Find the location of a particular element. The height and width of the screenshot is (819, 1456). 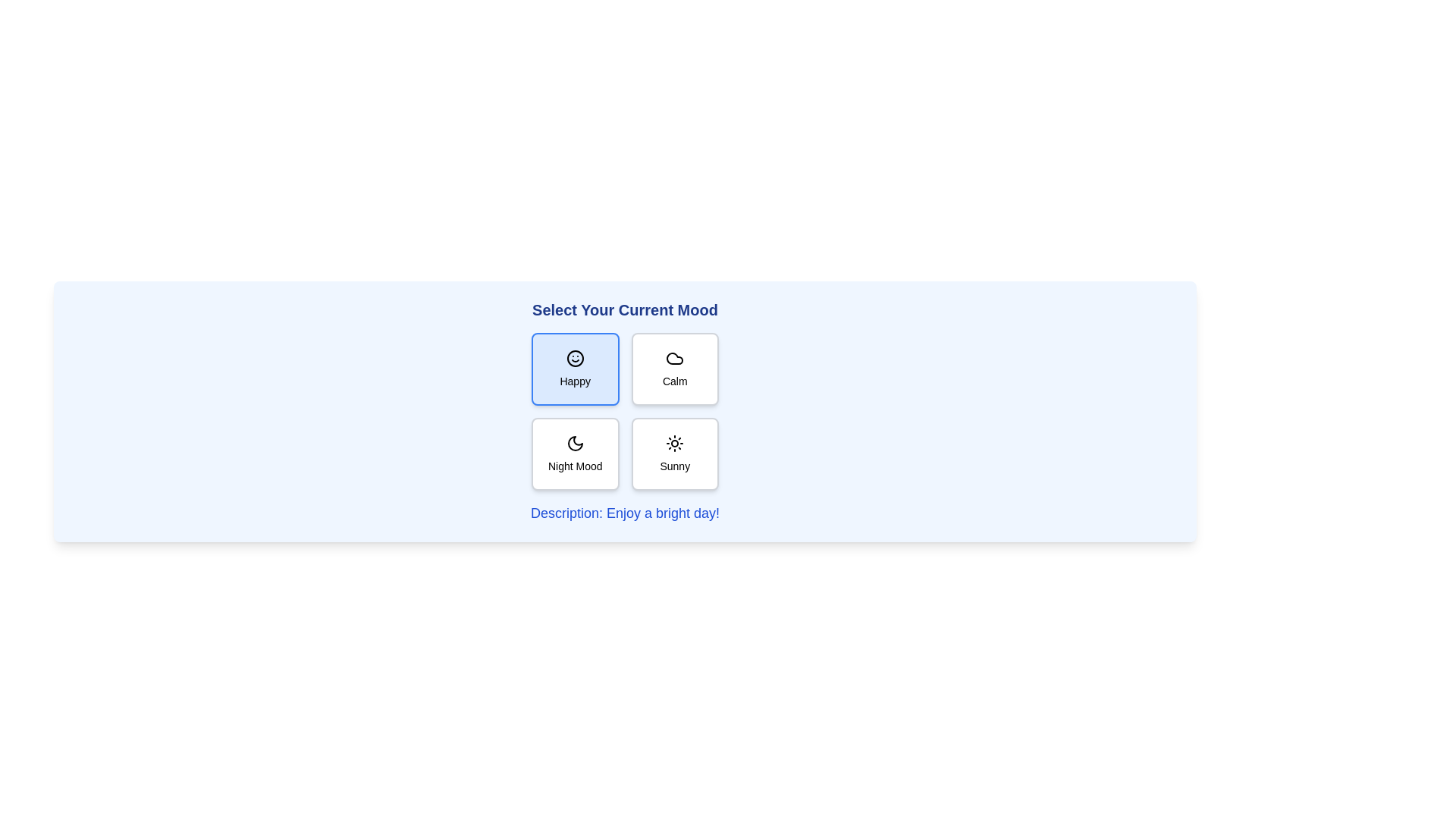

the mood button labeled Calm is located at coordinates (674, 369).